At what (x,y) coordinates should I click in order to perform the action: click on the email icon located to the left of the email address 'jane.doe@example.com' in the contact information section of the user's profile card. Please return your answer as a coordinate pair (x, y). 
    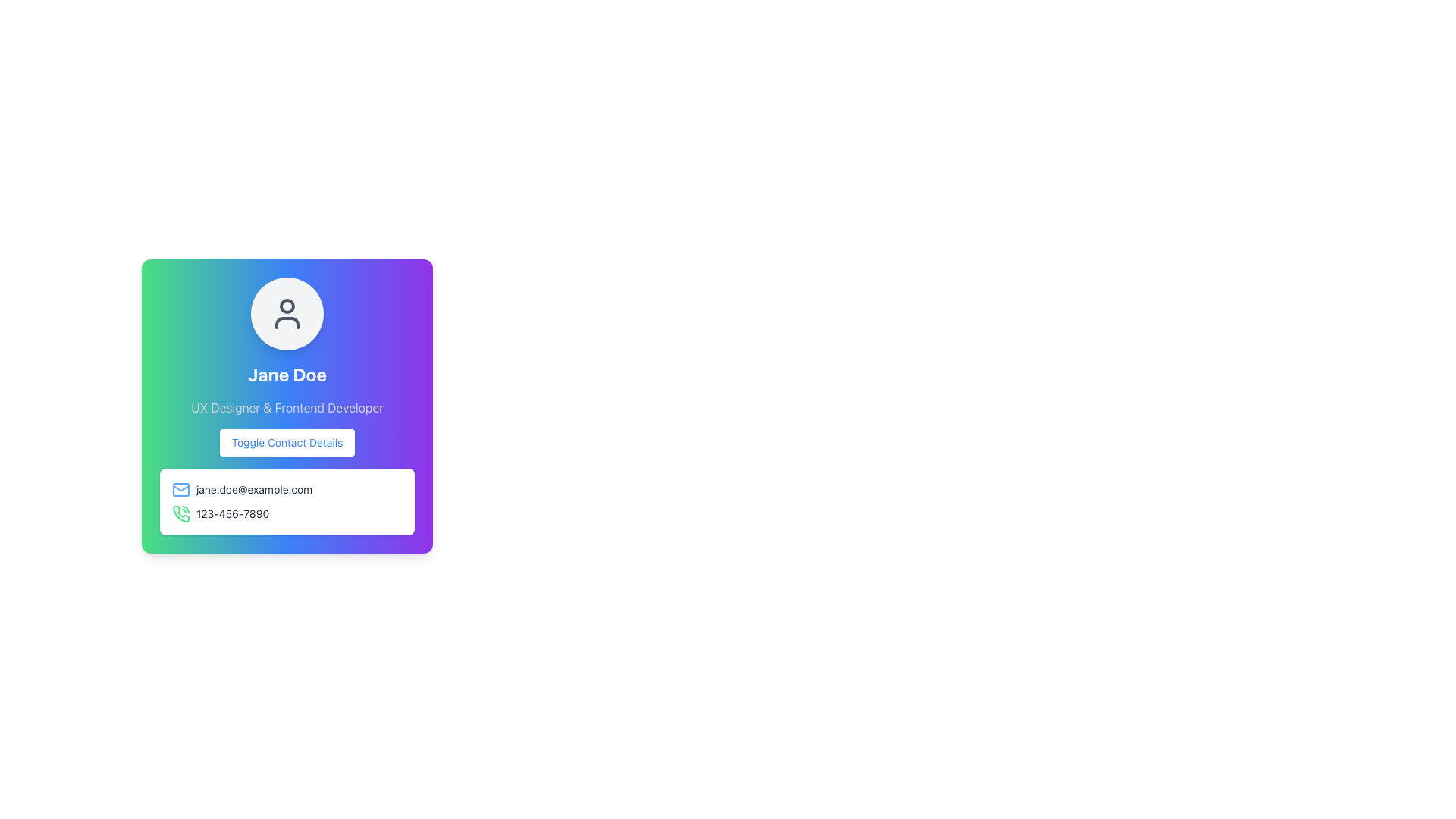
    Looking at the image, I should click on (181, 489).